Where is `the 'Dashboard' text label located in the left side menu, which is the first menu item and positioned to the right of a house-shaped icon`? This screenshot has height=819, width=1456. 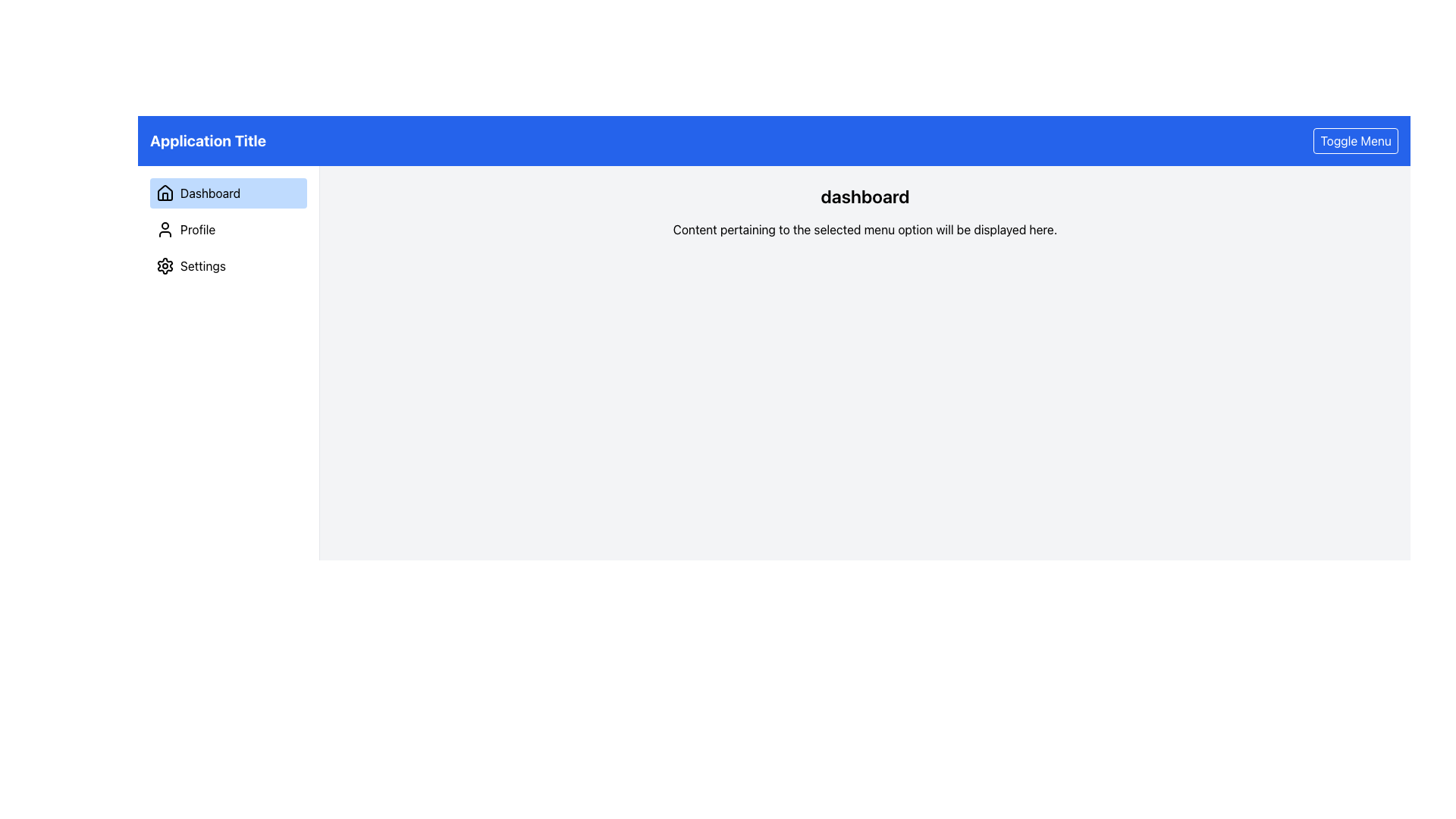 the 'Dashboard' text label located in the left side menu, which is the first menu item and positioned to the right of a house-shaped icon is located at coordinates (209, 192).